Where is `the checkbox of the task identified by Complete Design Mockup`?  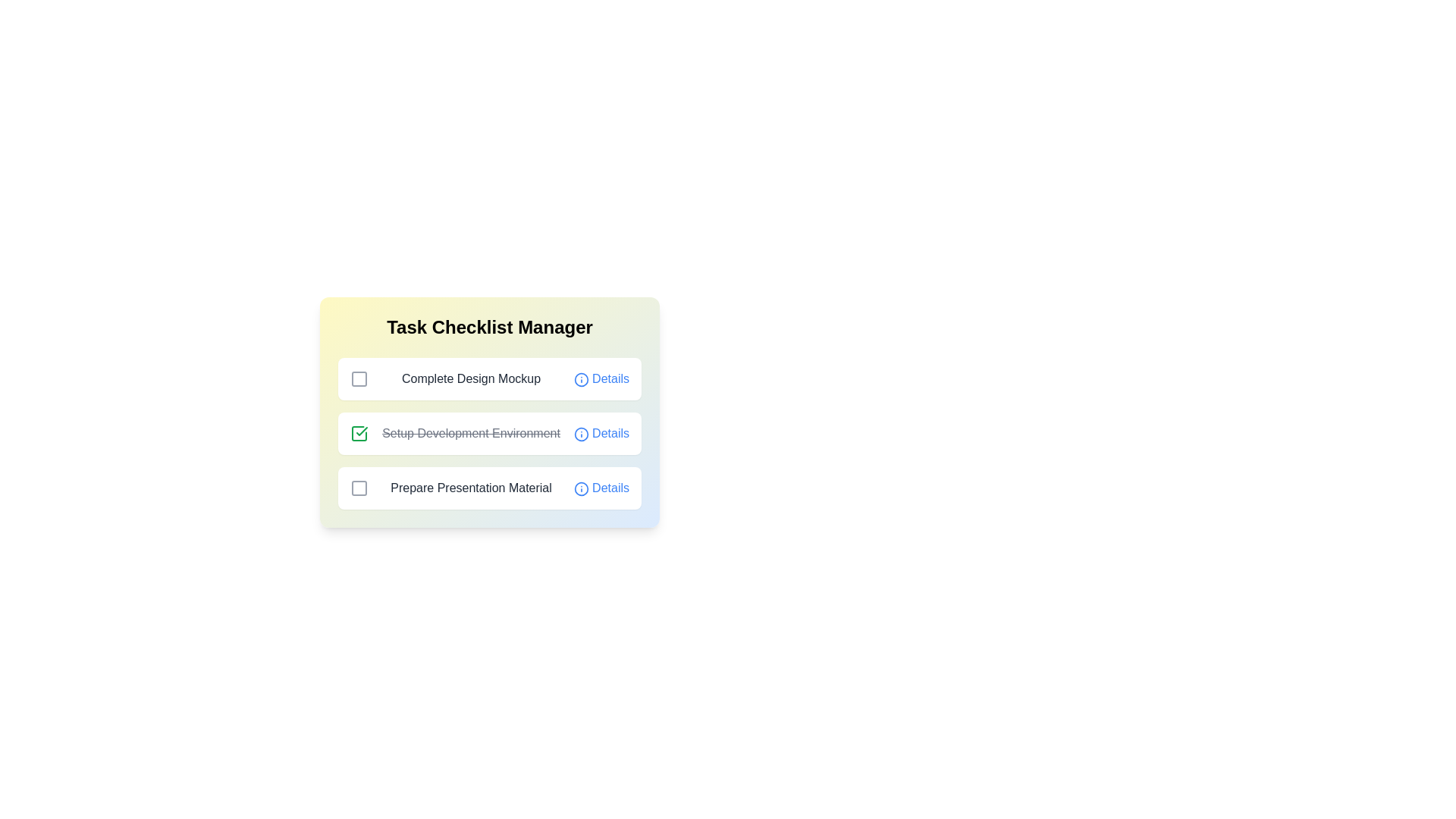
the checkbox of the task identified by Complete Design Mockup is located at coordinates (359, 378).